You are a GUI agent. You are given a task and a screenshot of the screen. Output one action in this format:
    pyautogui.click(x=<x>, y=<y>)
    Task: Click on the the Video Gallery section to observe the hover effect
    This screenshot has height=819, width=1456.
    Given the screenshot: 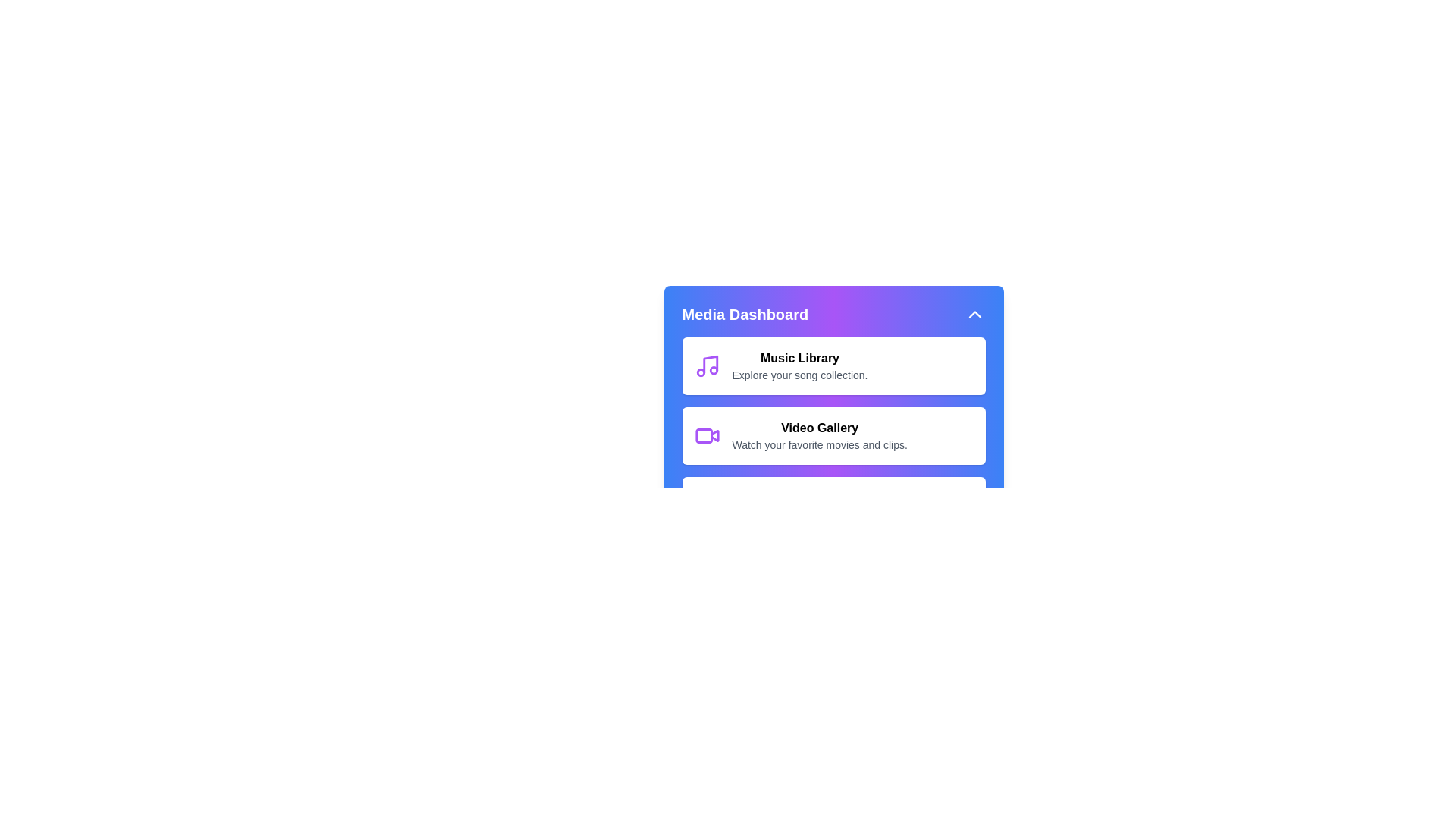 What is the action you would take?
    pyautogui.click(x=833, y=435)
    